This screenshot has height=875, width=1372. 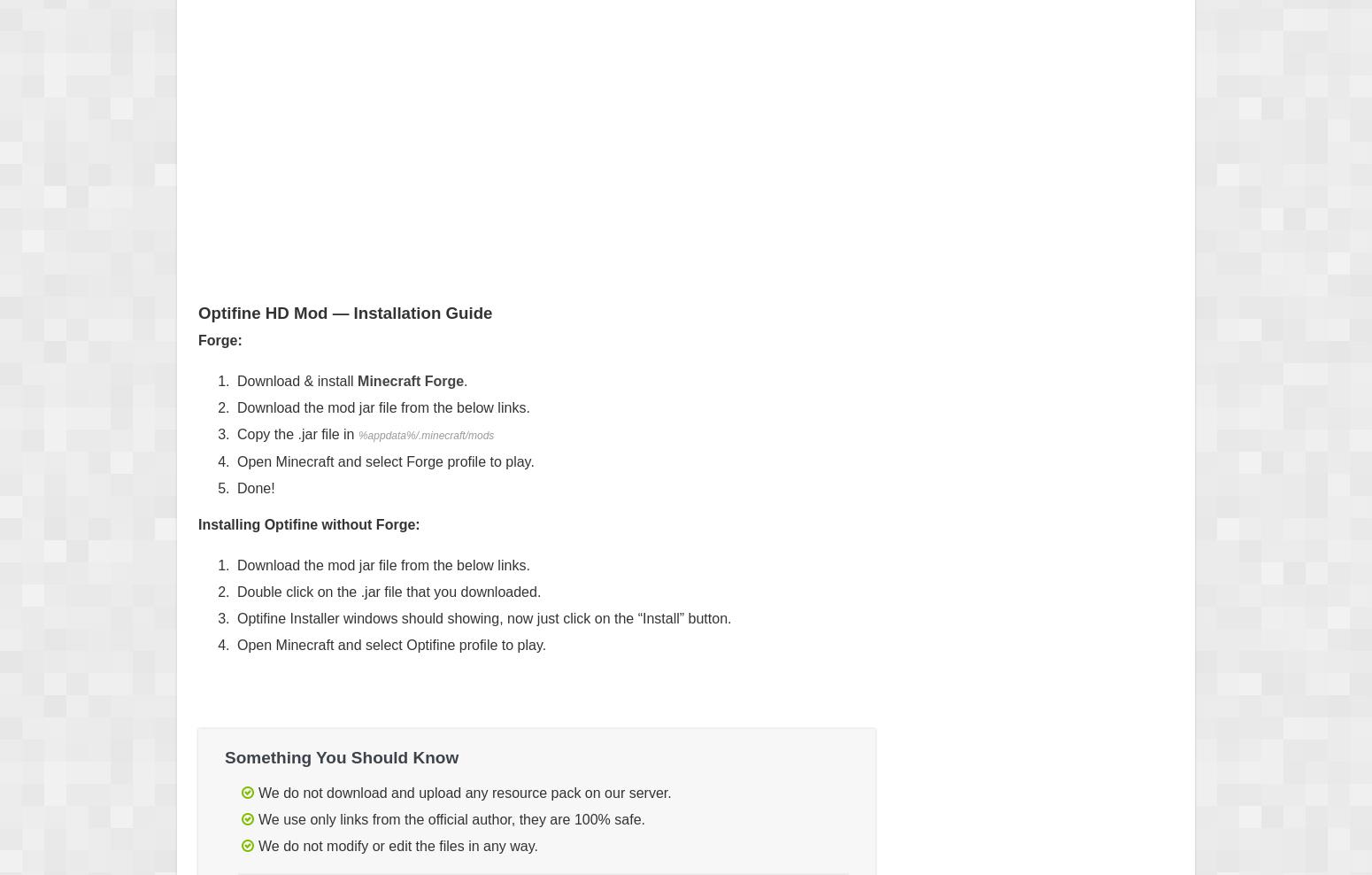 What do you see at coordinates (297, 434) in the screenshot?
I see `'Copy the .jar file in'` at bounding box center [297, 434].